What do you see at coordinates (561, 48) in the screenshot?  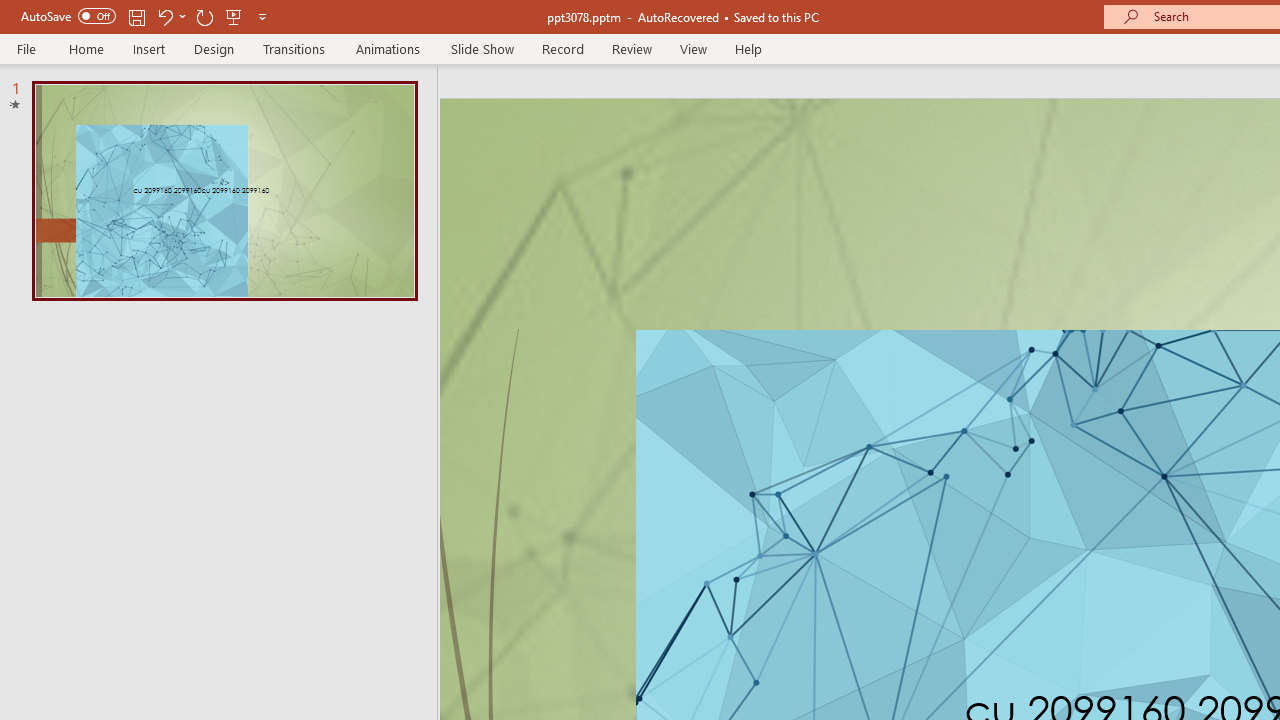 I see `'Record'` at bounding box center [561, 48].